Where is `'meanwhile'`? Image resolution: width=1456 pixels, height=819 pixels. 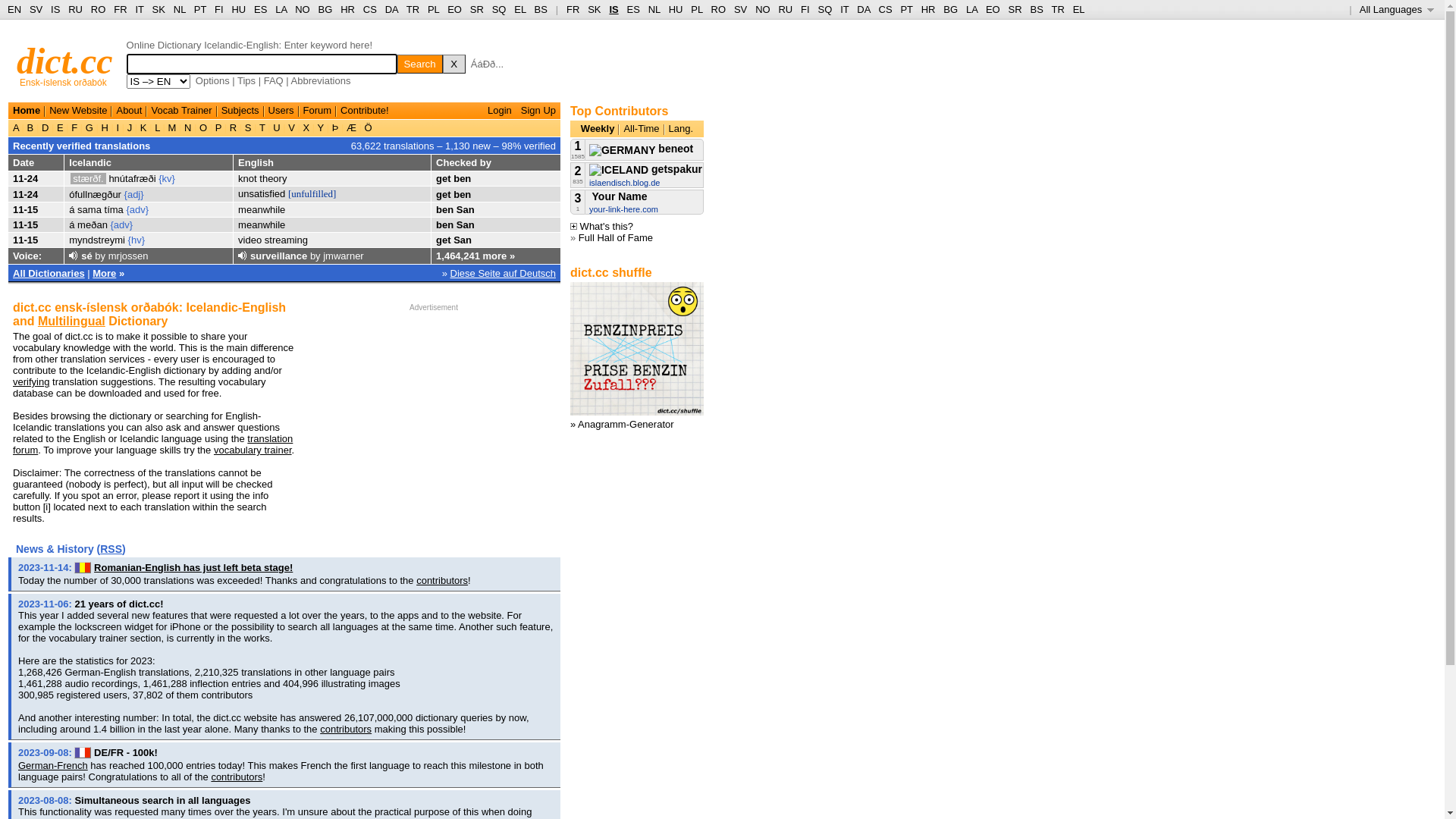 'meanwhile' is located at coordinates (262, 209).